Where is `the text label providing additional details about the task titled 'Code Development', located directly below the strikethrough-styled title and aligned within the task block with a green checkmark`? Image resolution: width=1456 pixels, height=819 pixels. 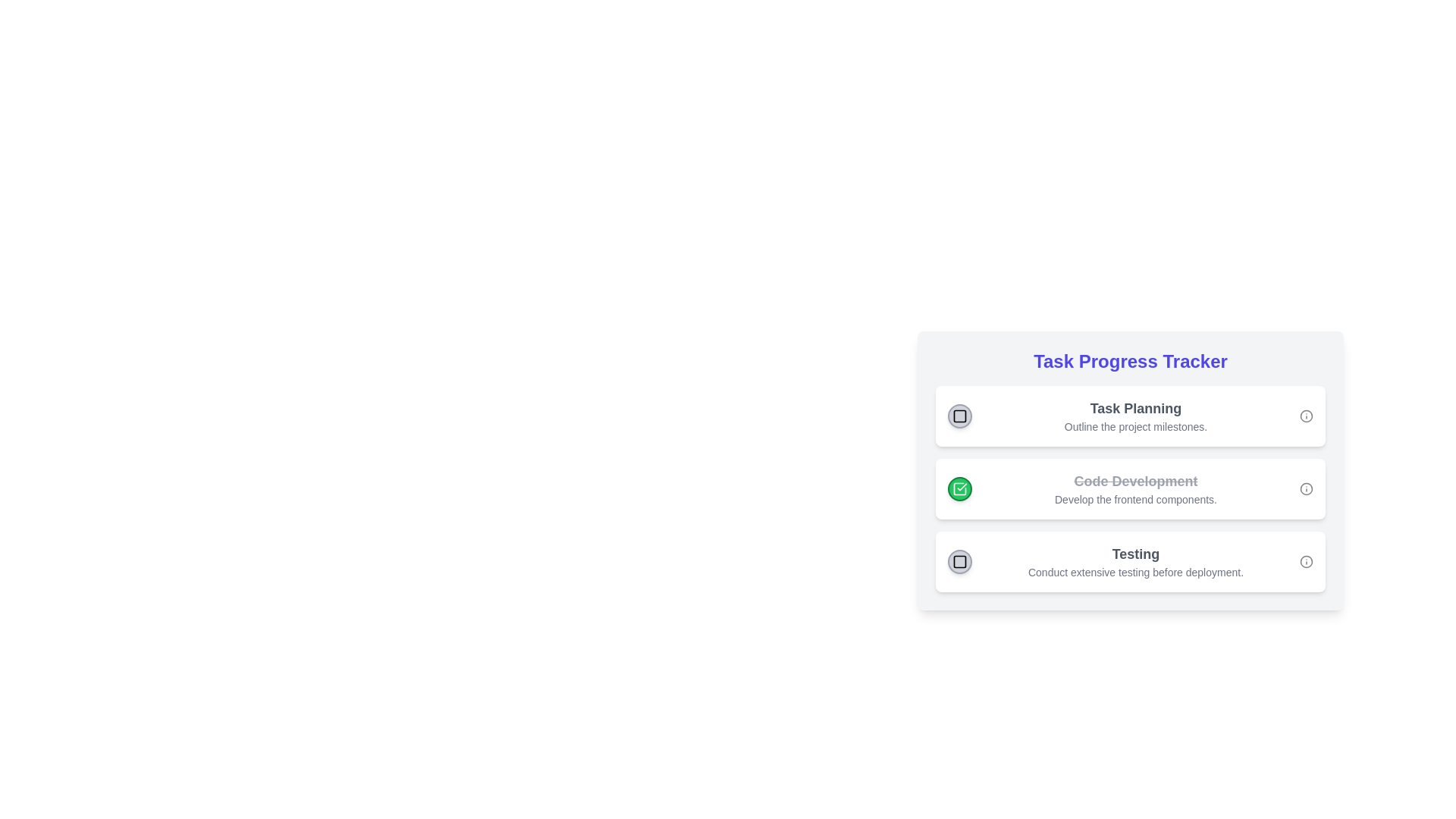
the text label providing additional details about the task titled 'Code Development', located directly below the strikethrough-styled title and aligned within the task block with a green checkmark is located at coordinates (1135, 500).